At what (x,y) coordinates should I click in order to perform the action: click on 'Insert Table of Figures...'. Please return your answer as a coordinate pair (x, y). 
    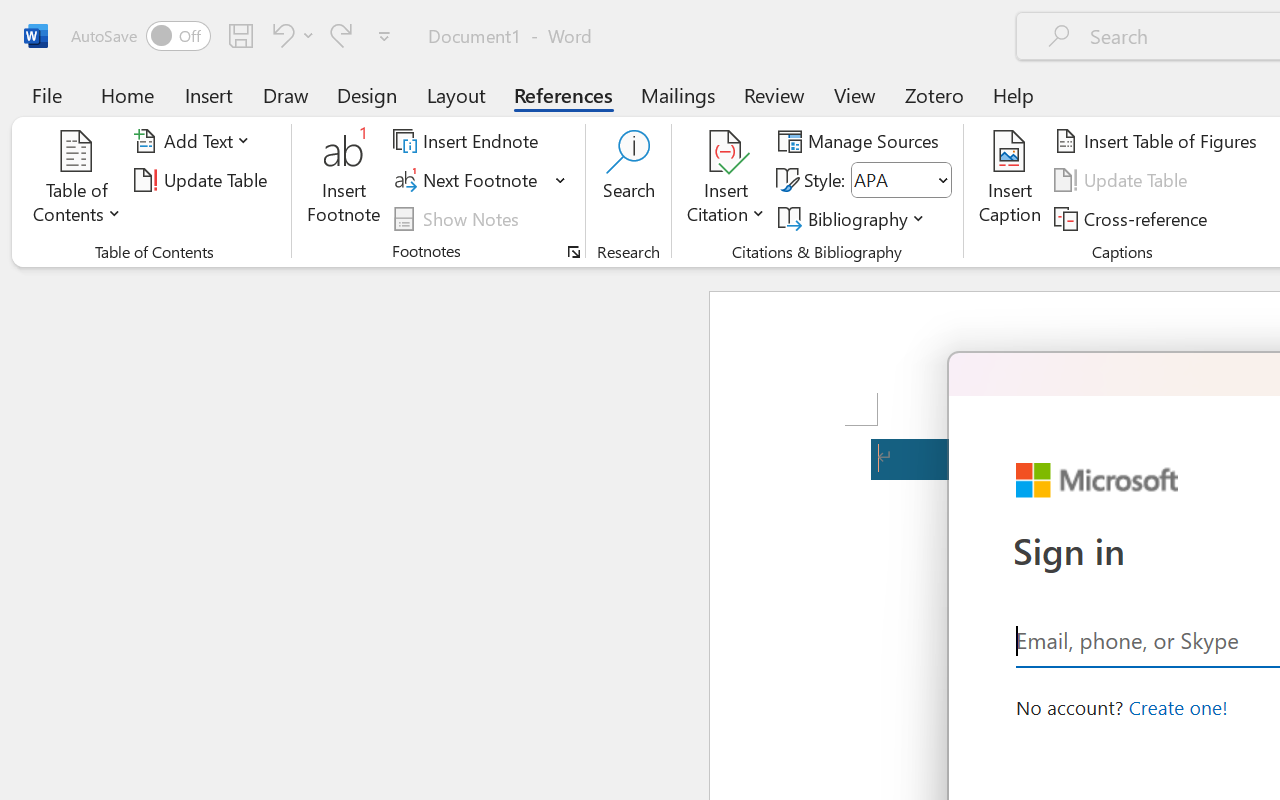
    Looking at the image, I should click on (1159, 141).